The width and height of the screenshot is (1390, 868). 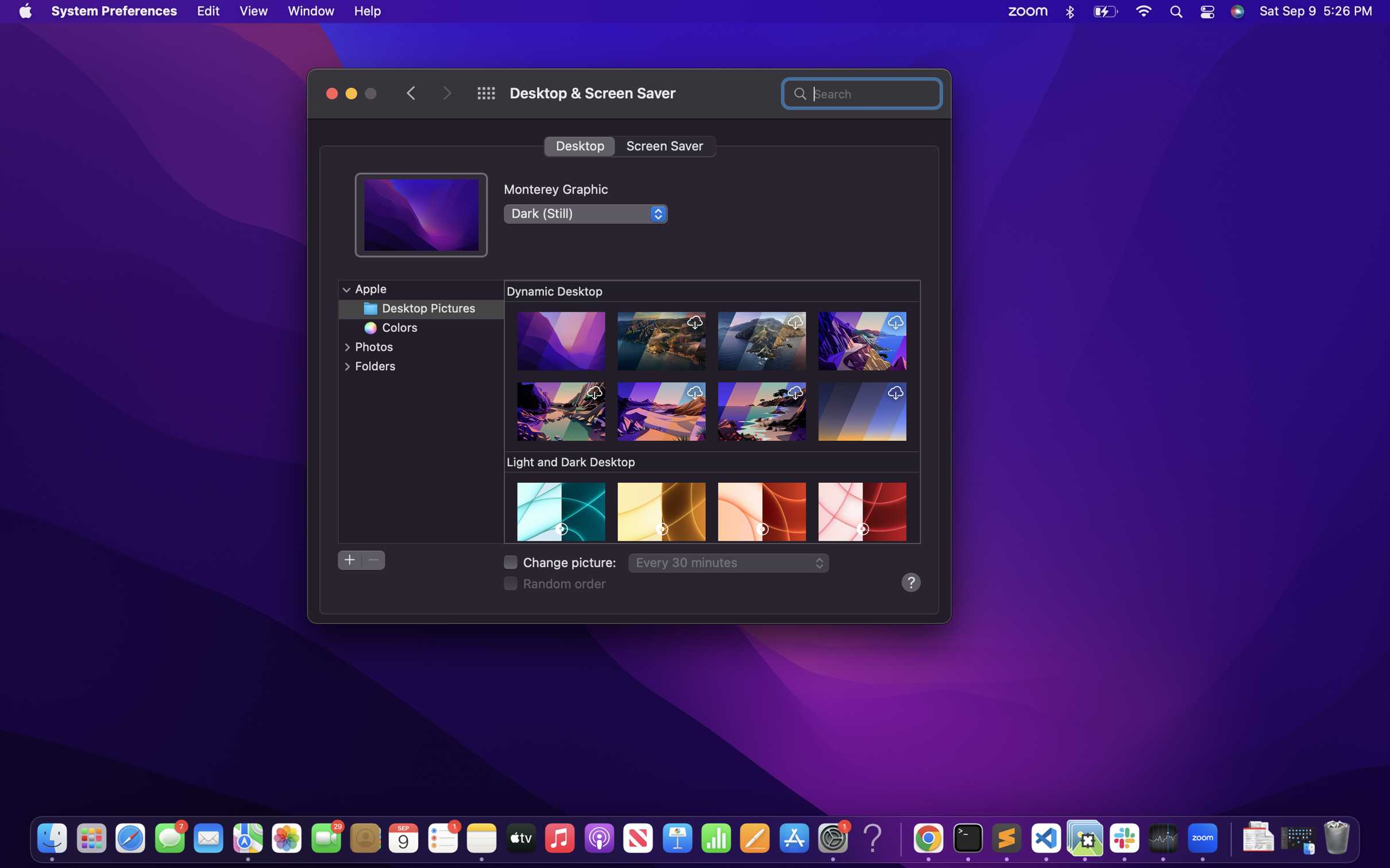 What do you see at coordinates (910, 582) in the screenshot?
I see `the user"s guide` at bounding box center [910, 582].